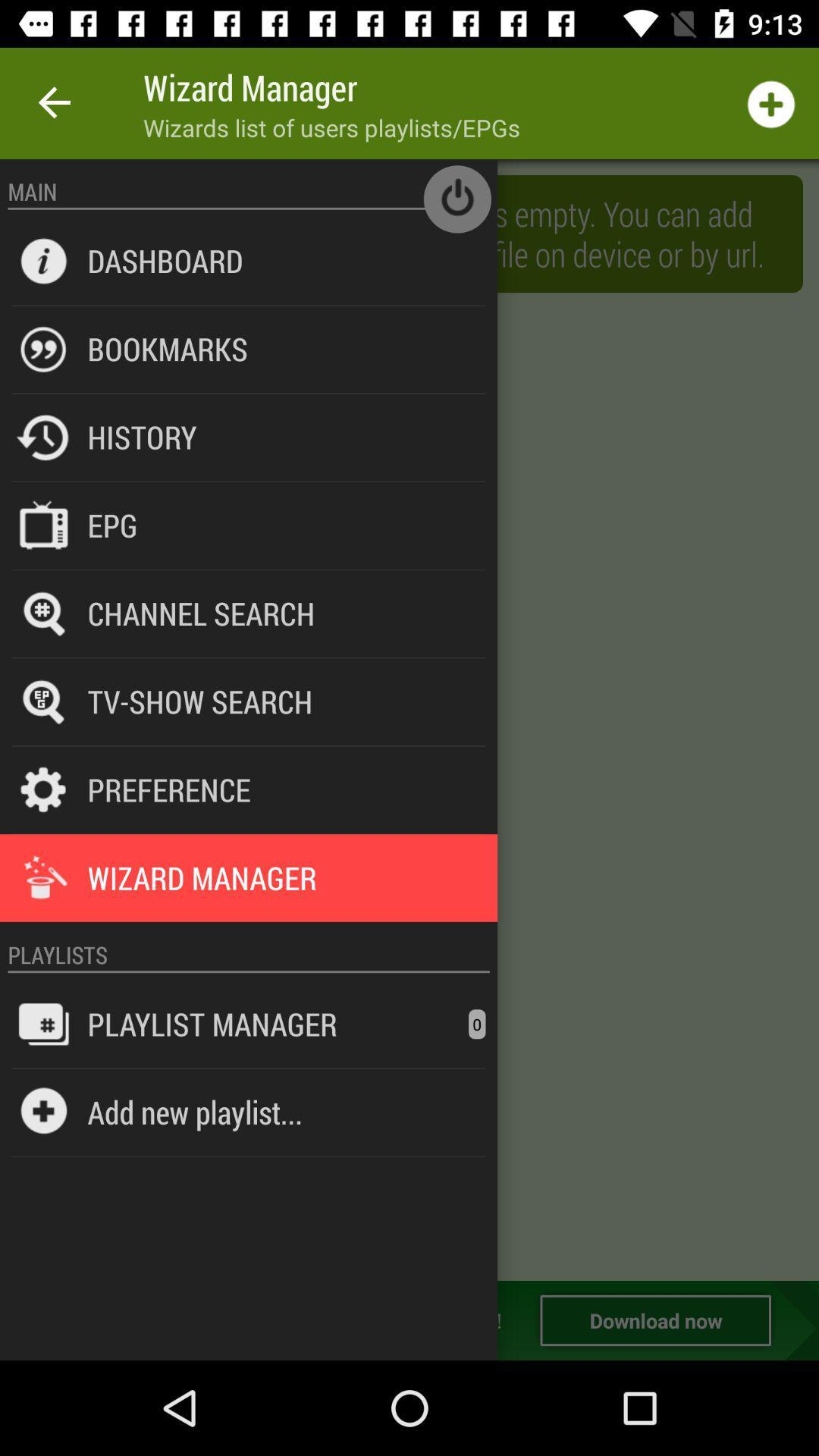 The height and width of the screenshot is (1456, 819). Describe the element at coordinates (55, 102) in the screenshot. I see `the icon next to the wizard manager` at that location.